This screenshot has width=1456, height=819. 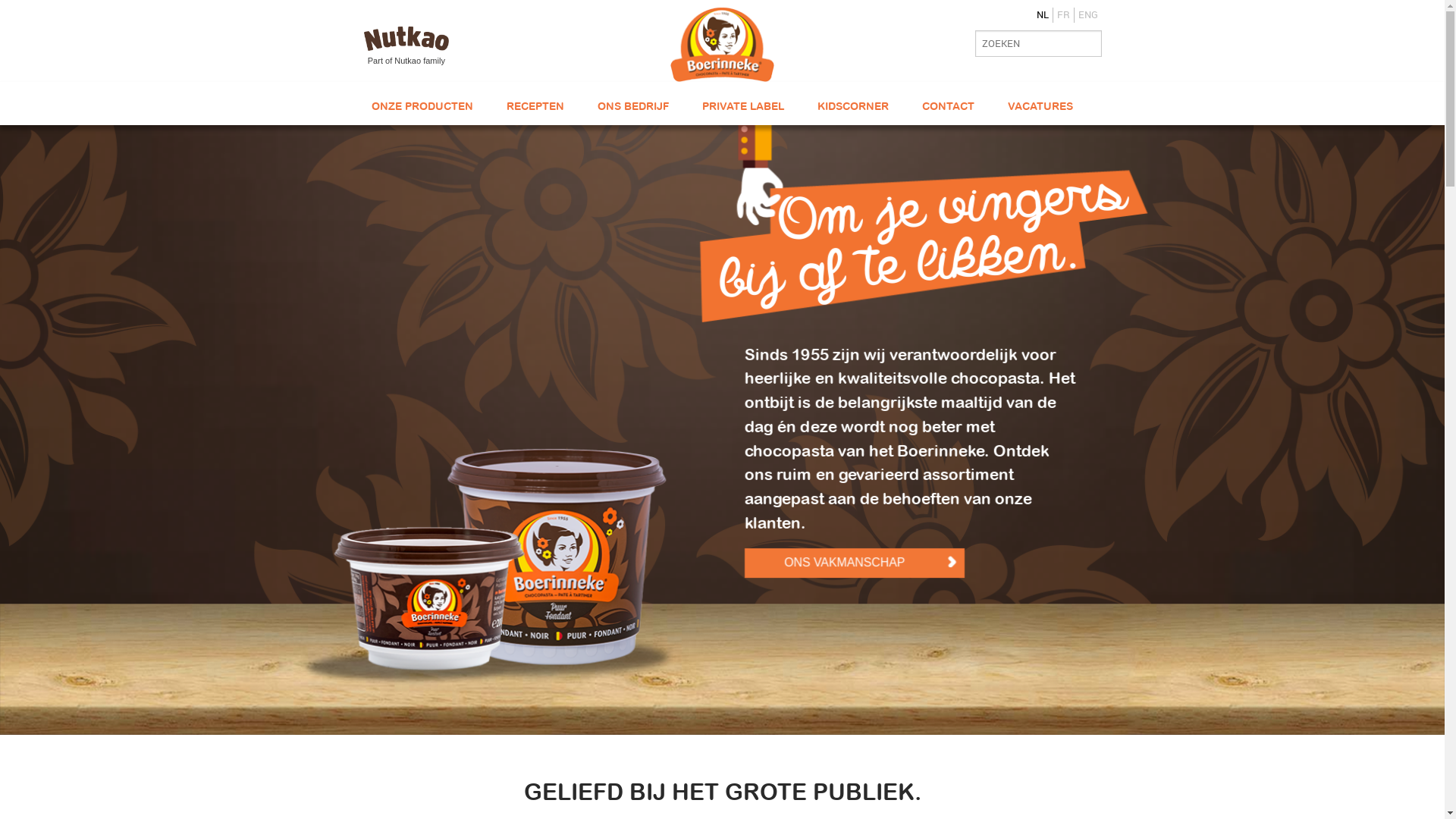 What do you see at coordinates (742, 105) in the screenshot?
I see `'PRIVATE LABEL'` at bounding box center [742, 105].